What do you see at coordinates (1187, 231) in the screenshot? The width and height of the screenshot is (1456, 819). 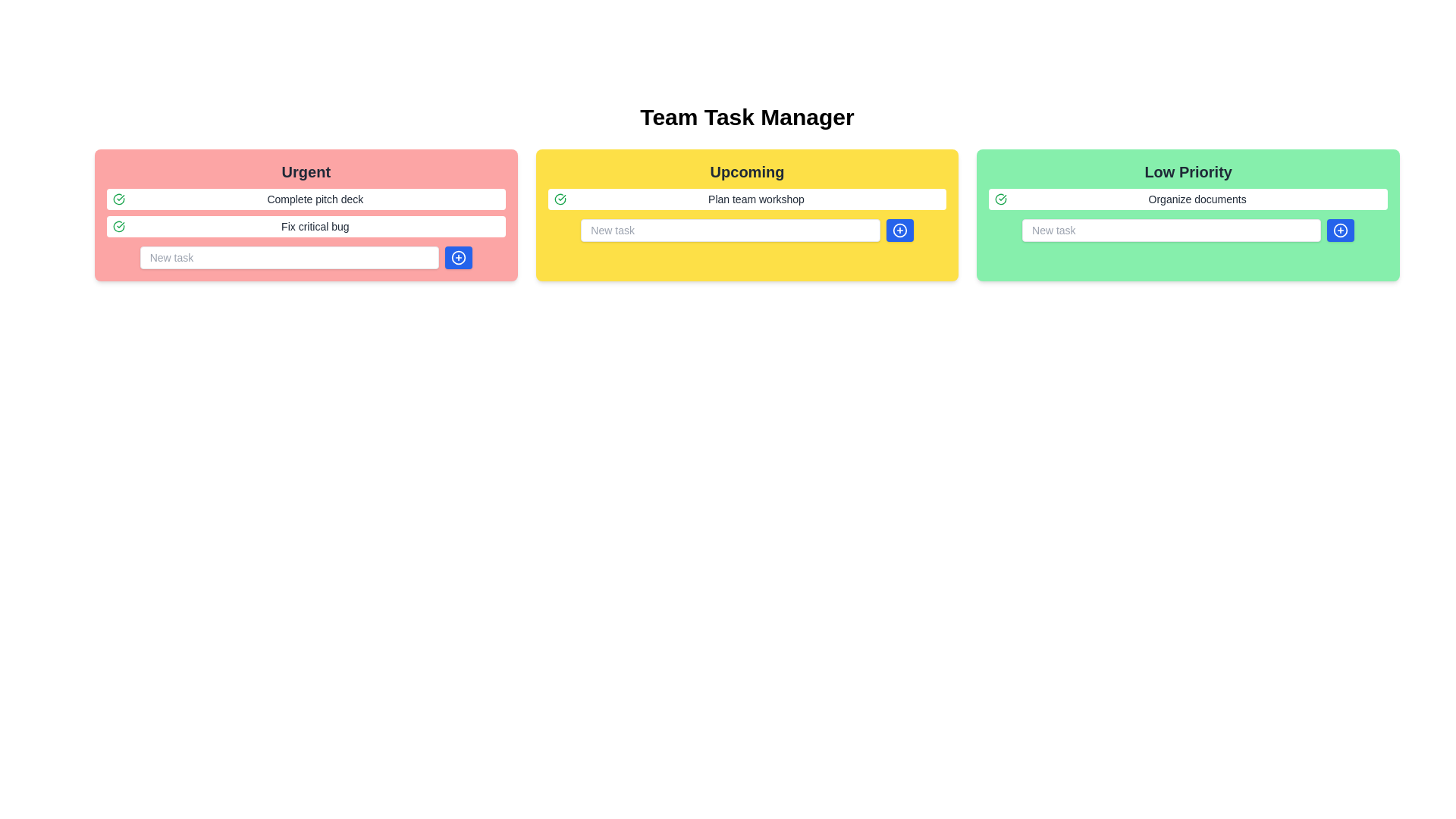 I see `inside the input box labeled 'New task' in the 'Low Priority' section to focus it` at bounding box center [1187, 231].